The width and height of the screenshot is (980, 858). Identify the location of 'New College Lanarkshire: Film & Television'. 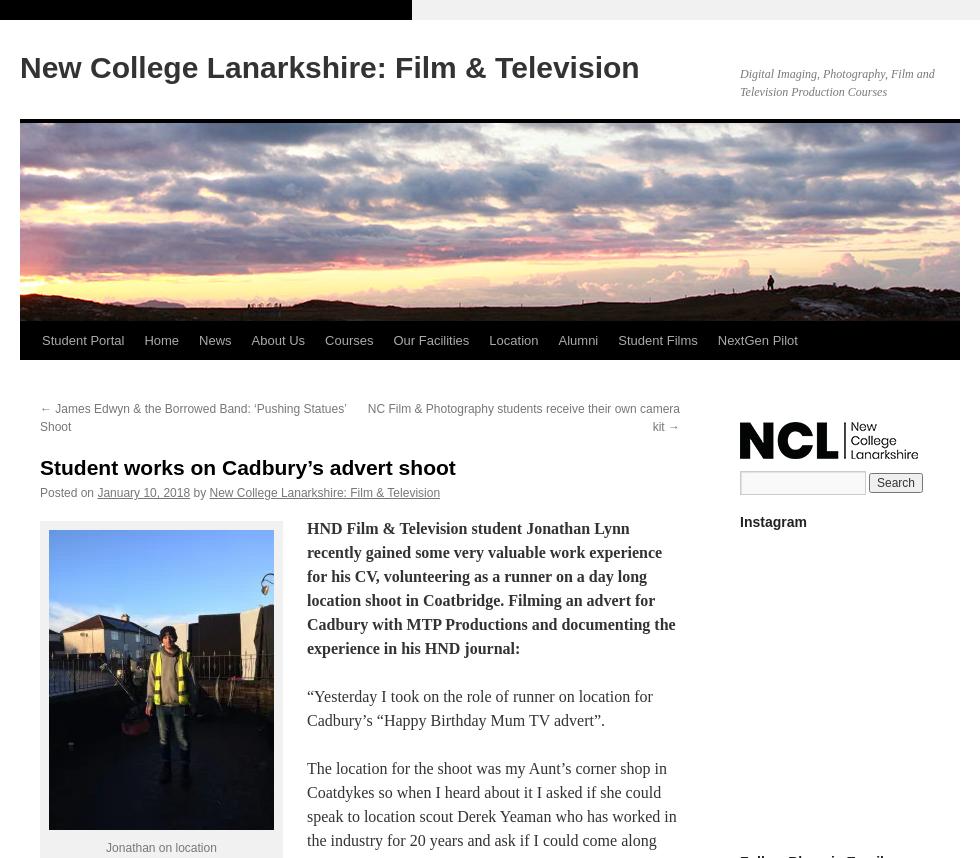
(209, 492).